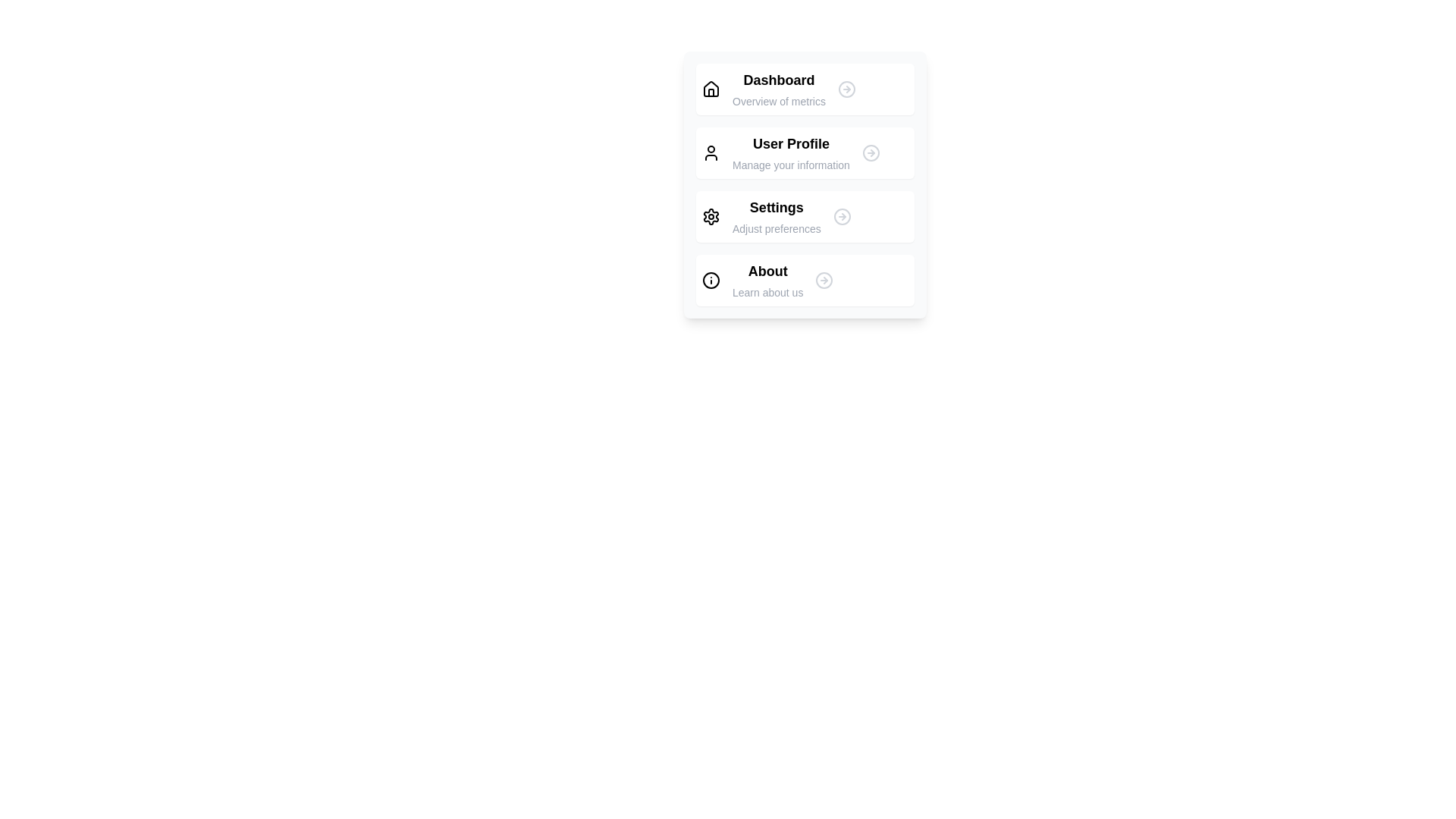 Image resolution: width=1456 pixels, height=819 pixels. Describe the element at coordinates (841, 216) in the screenshot. I see `the navigation icon next to the 'Settings' label in the vertical menu` at that location.